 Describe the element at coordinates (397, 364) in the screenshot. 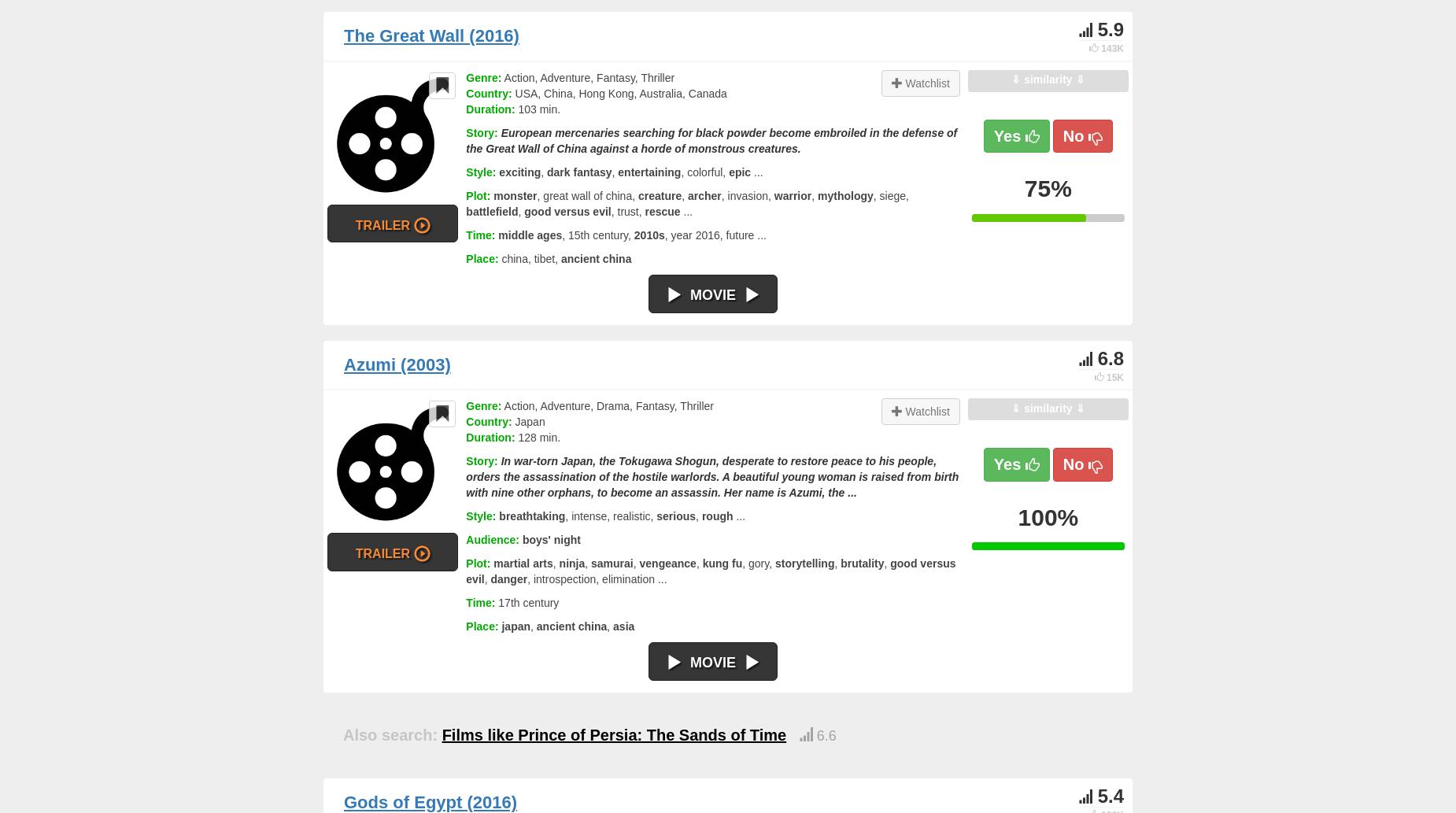

I see `'Azumi (2003)'` at that location.